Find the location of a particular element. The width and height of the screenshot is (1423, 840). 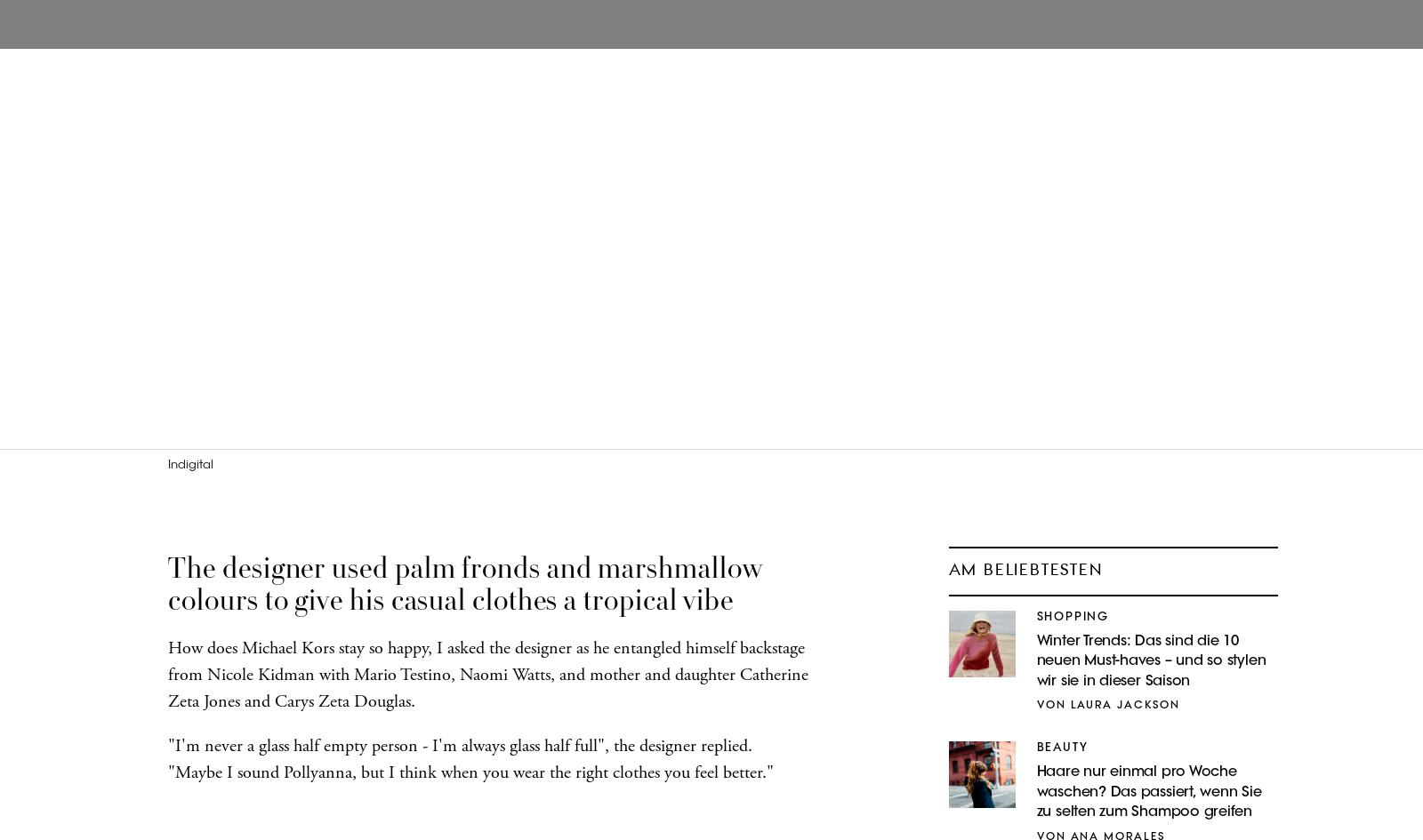

'Beauty' is located at coordinates (1062, 748).